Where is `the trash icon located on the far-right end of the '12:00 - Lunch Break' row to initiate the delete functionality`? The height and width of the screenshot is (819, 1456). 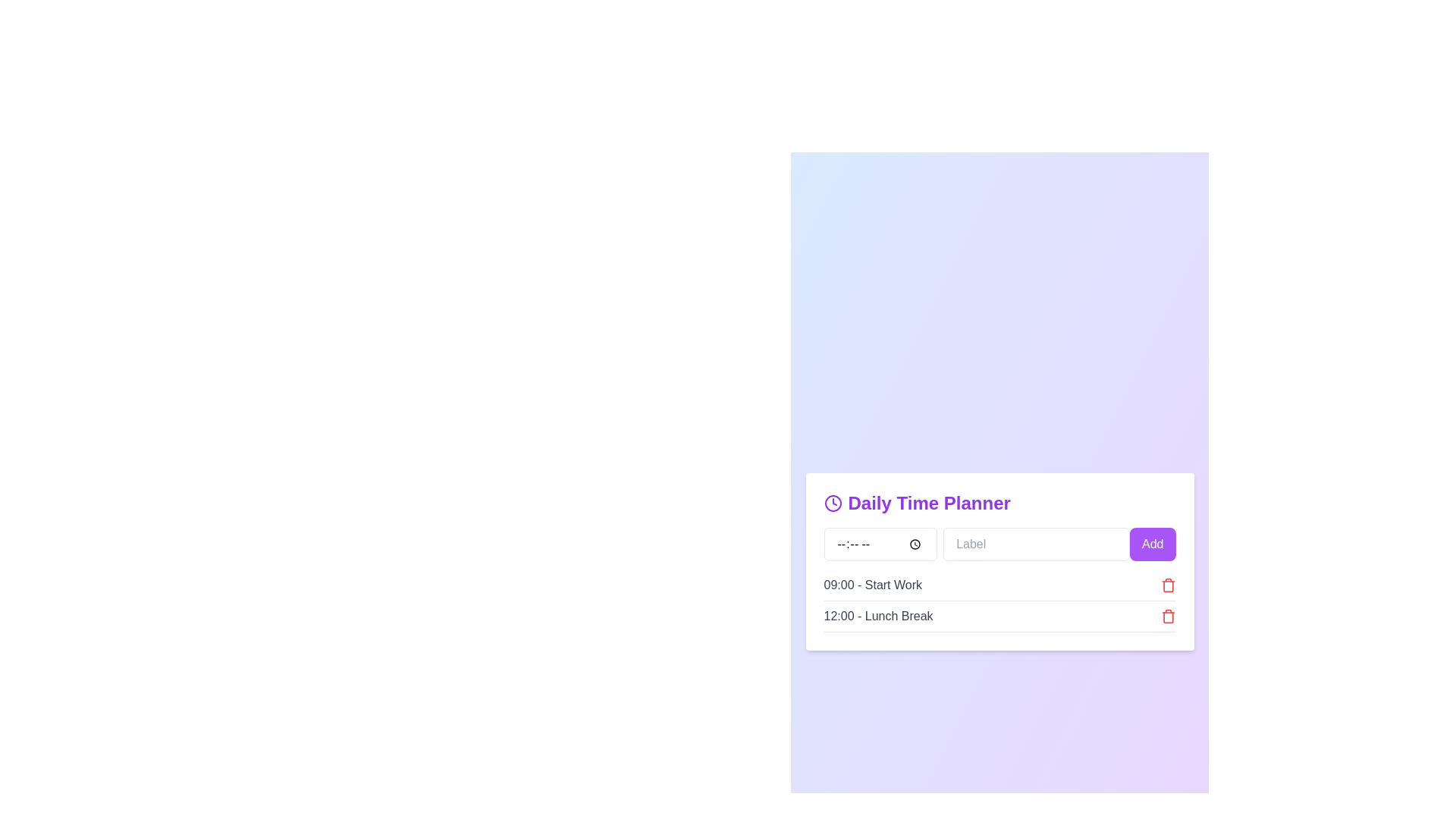
the trash icon located on the far-right end of the '12:00 - Lunch Break' row to initiate the delete functionality is located at coordinates (1167, 617).